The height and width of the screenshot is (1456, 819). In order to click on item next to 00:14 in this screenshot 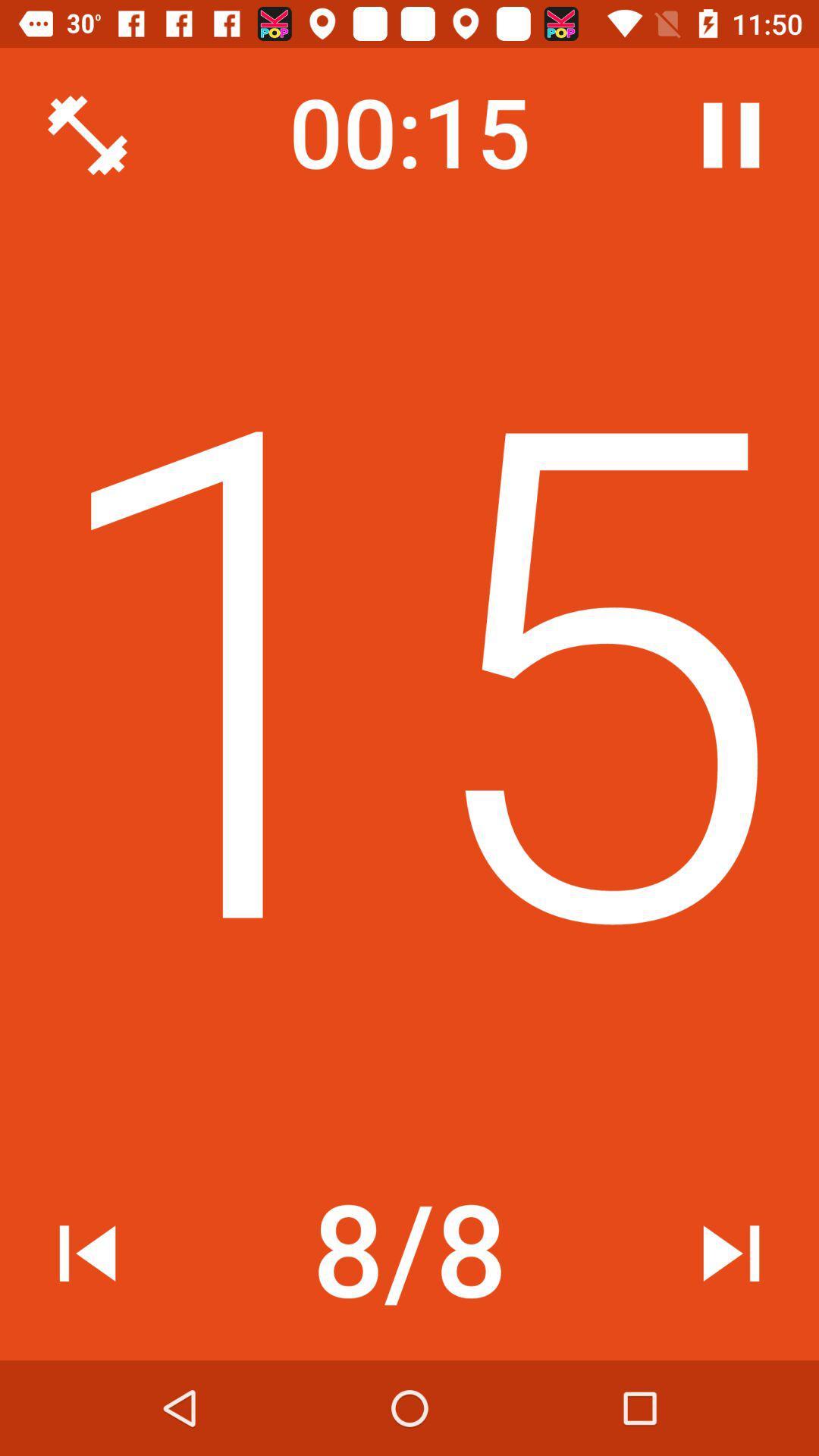, I will do `click(730, 135)`.